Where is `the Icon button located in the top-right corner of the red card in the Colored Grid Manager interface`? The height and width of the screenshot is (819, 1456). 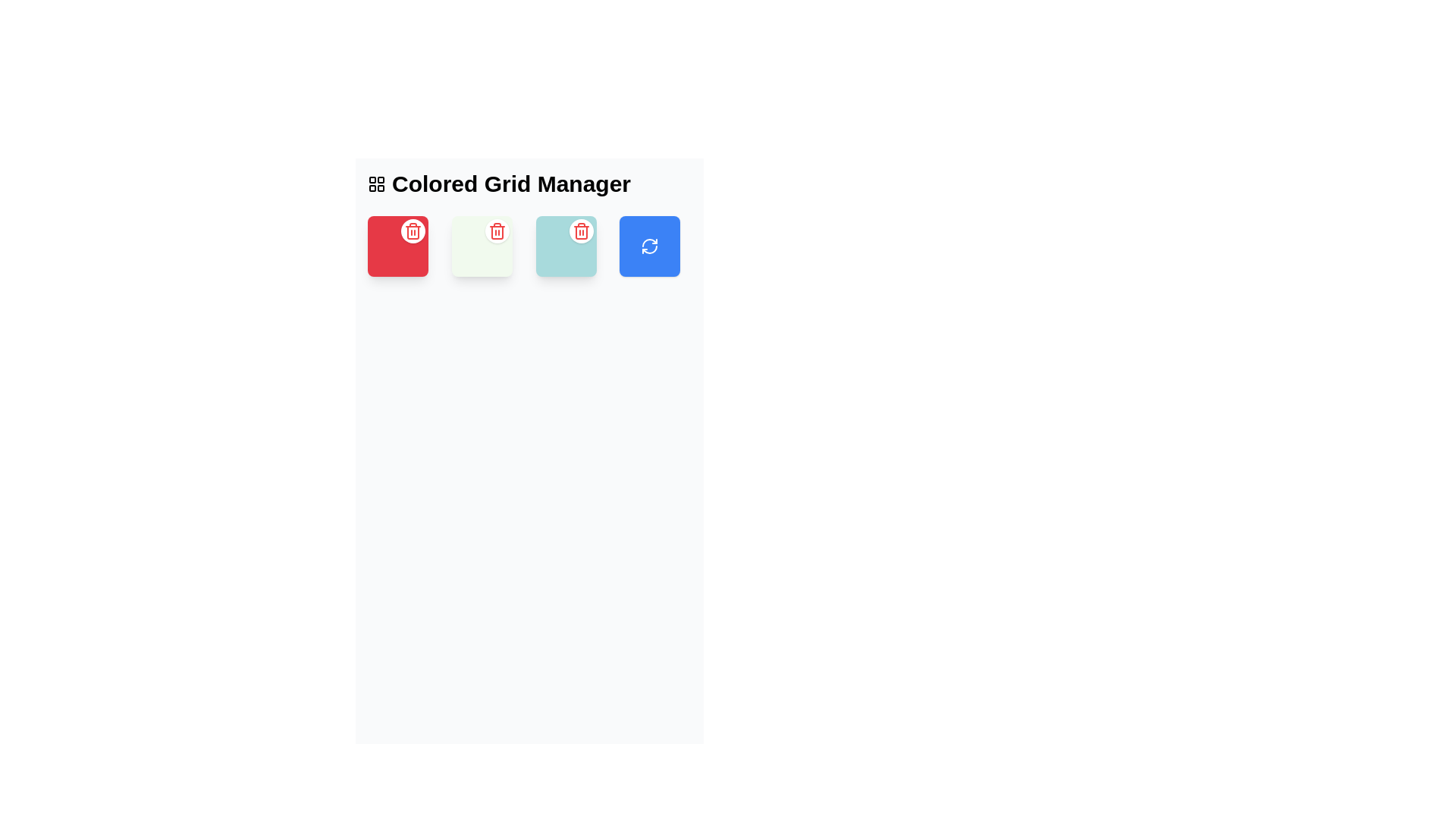 the Icon button located in the top-right corner of the red card in the Colored Grid Manager interface is located at coordinates (413, 231).